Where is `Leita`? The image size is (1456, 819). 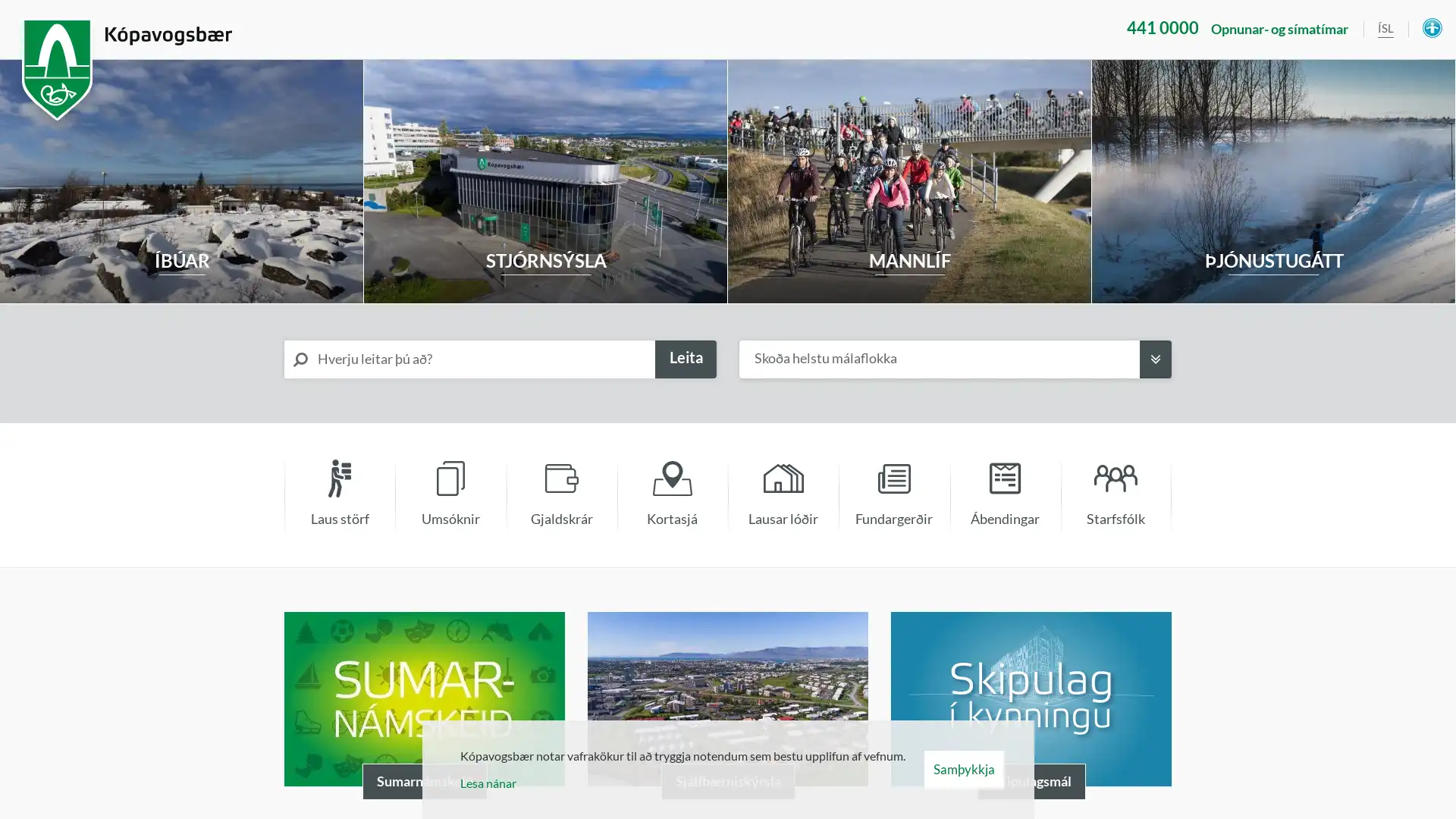 Leita is located at coordinates (685, 359).